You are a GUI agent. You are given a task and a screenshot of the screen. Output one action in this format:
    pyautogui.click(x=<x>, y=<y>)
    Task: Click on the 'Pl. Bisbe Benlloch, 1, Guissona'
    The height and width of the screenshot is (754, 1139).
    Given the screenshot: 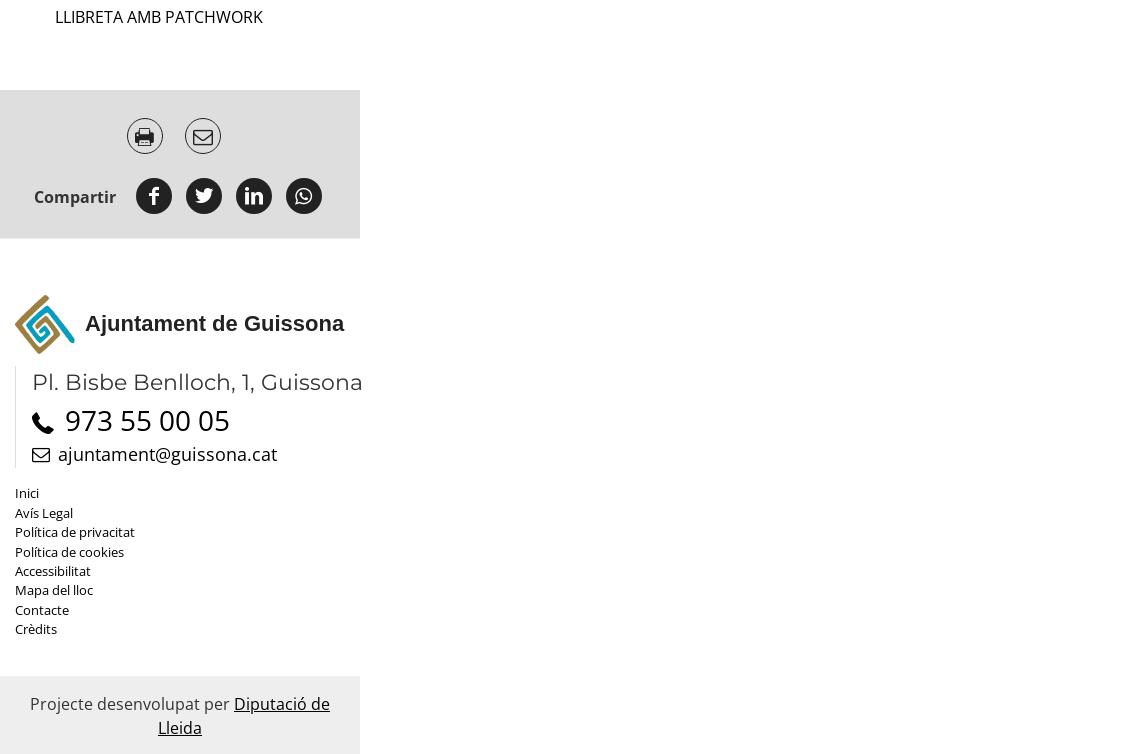 What is the action you would take?
    pyautogui.click(x=32, y=382)
    